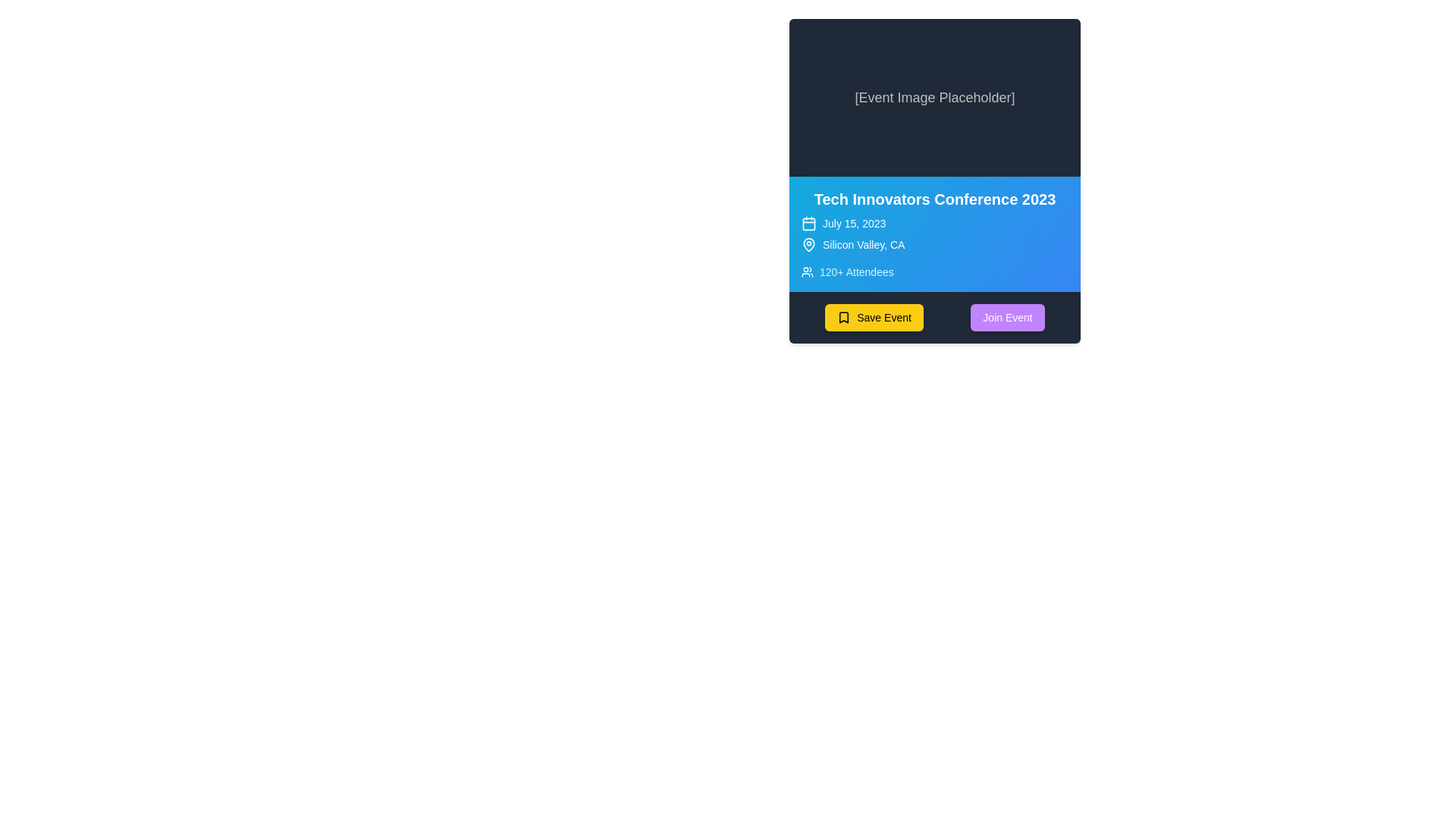 The height and width of the screenshot is (819, 1456). I want to click on title text element located at the top of the blue section of the event details card, which serves as the main identifier of the card's content, so click(934, 198).